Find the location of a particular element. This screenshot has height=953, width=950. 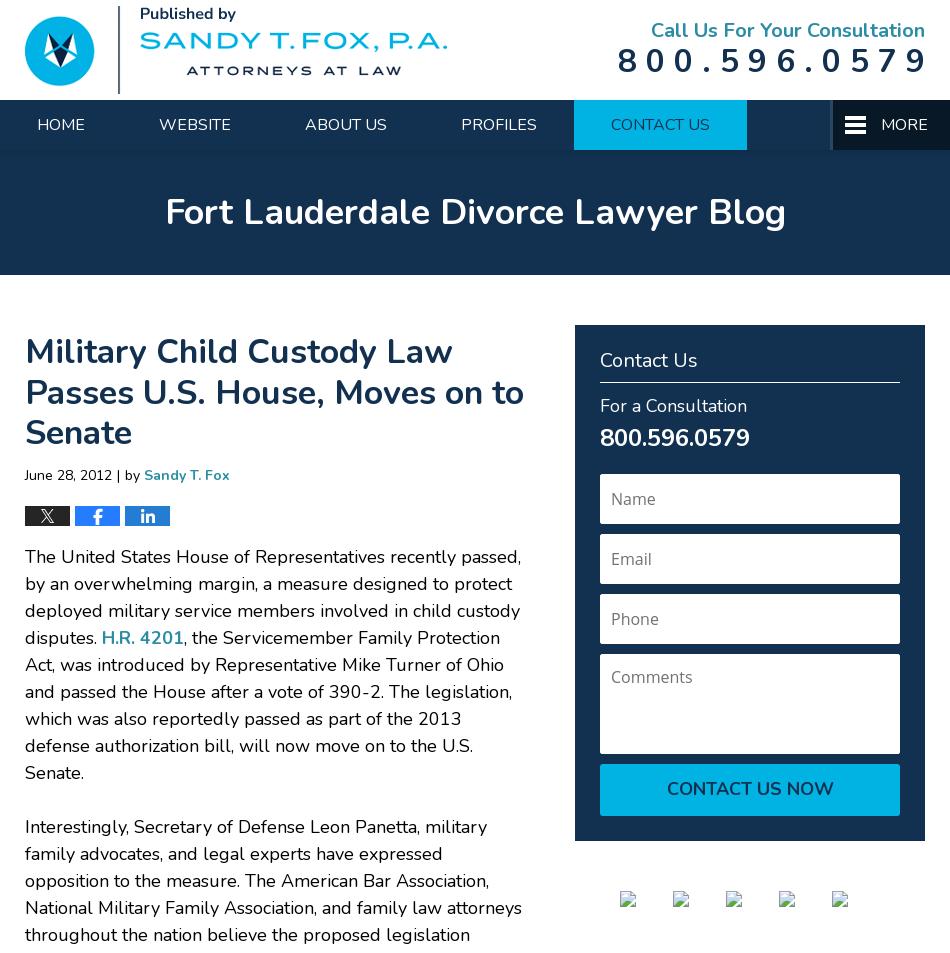

'Home' is located at coordinates (60, 124).